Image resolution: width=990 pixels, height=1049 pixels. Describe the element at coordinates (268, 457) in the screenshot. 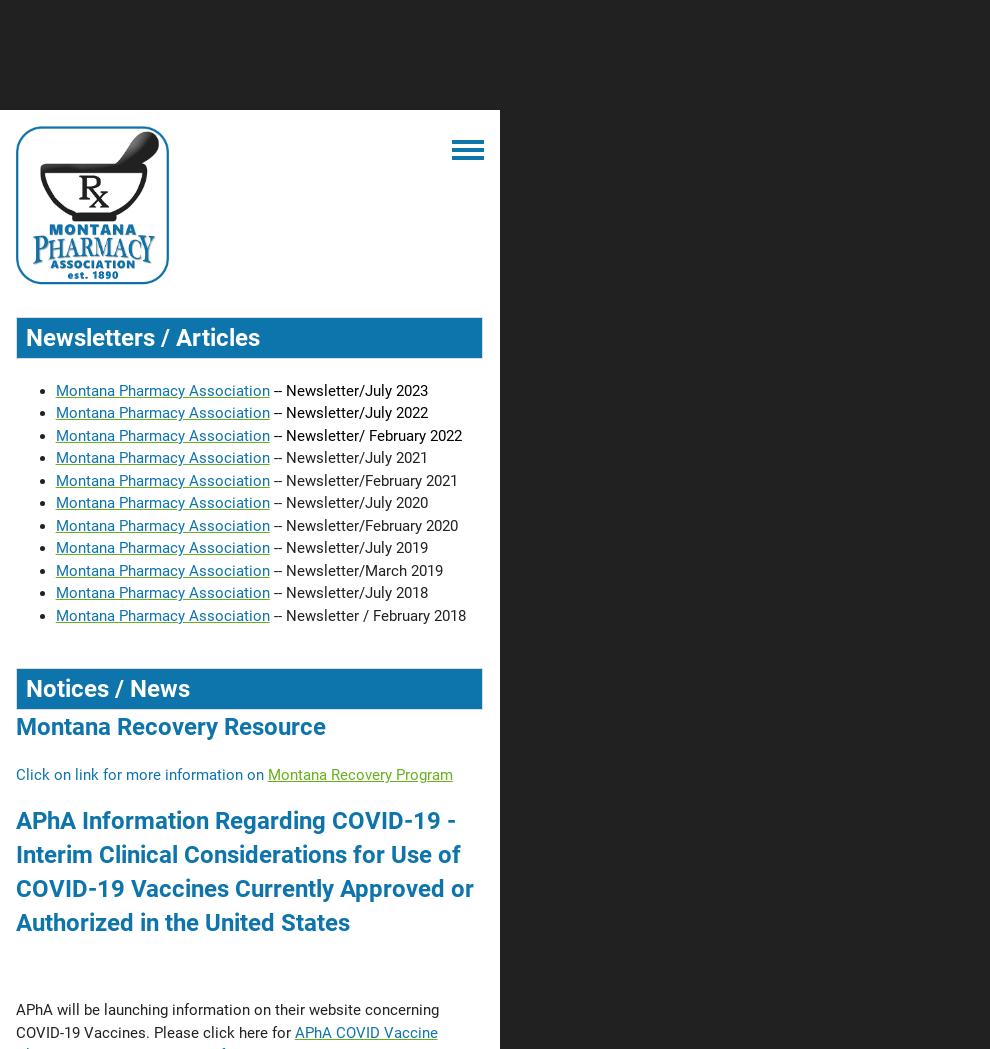

I see `'-- Newsletter/July 2021'` at that location.